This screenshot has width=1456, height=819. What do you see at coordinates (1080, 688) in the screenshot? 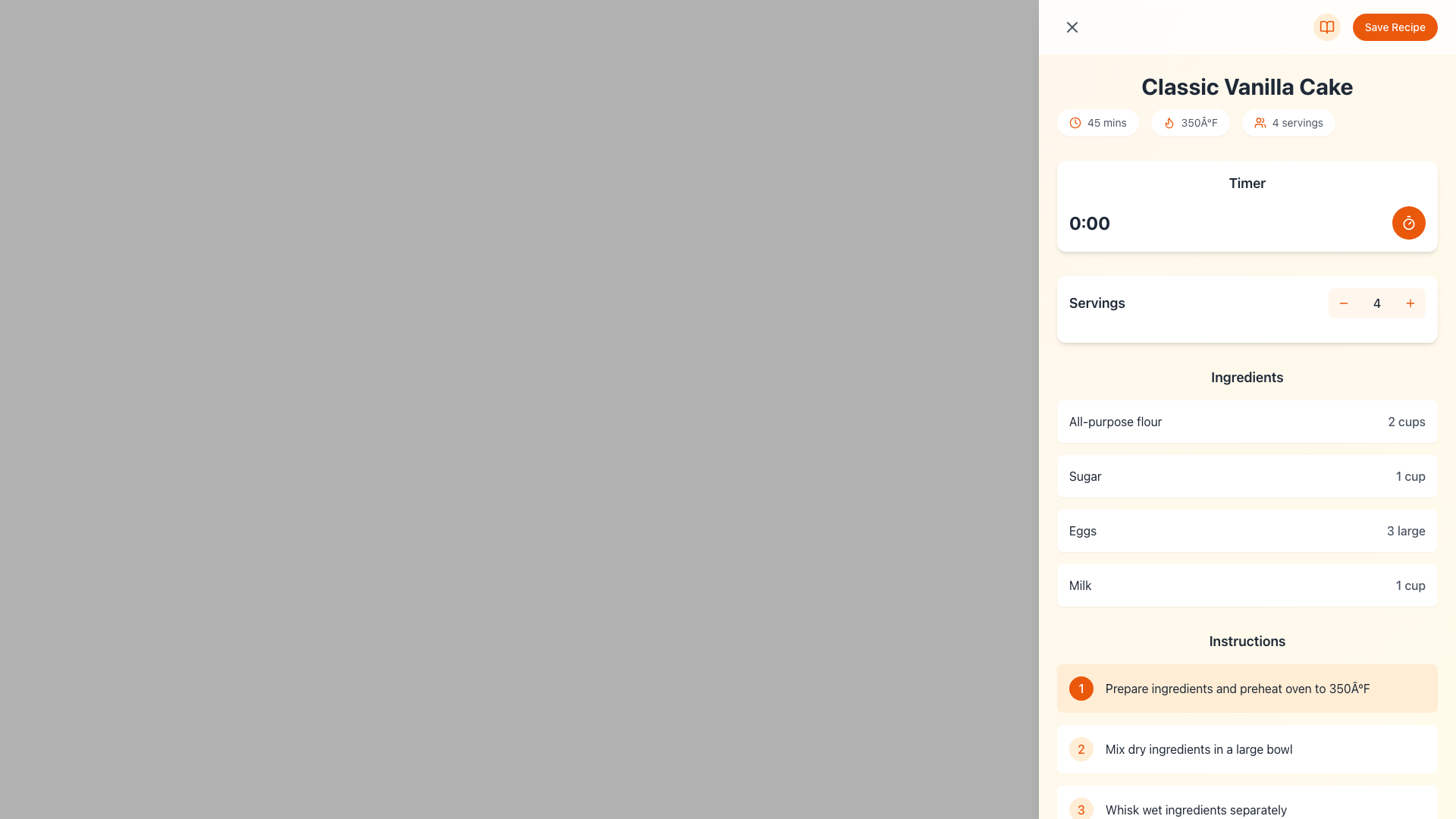
I see `the Circular step number indicator that signifies the first step in the instructions for 'Prepare ingredients and preheat oven to 350°F.'` at bounding box center [1080, 688].